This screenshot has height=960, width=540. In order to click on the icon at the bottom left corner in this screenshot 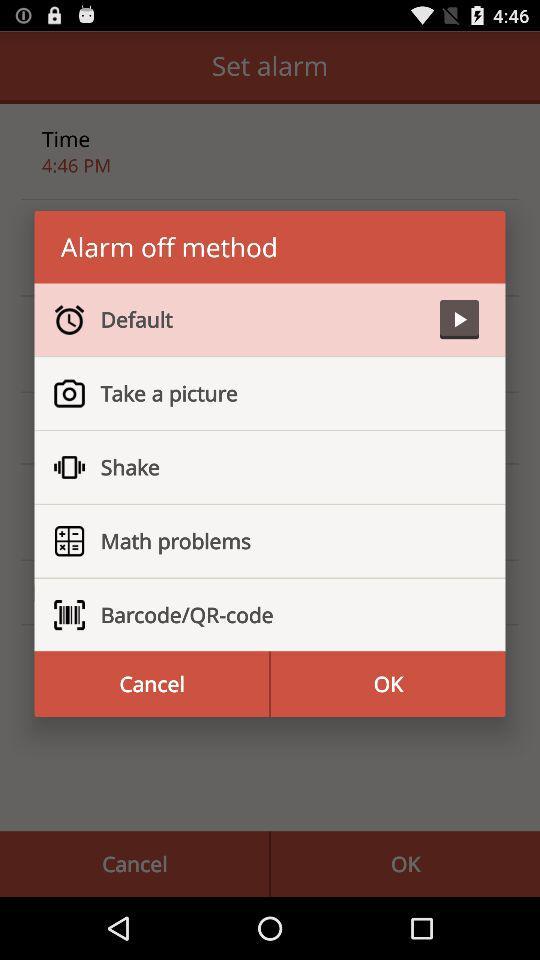, I will do `click(150, 684)`.